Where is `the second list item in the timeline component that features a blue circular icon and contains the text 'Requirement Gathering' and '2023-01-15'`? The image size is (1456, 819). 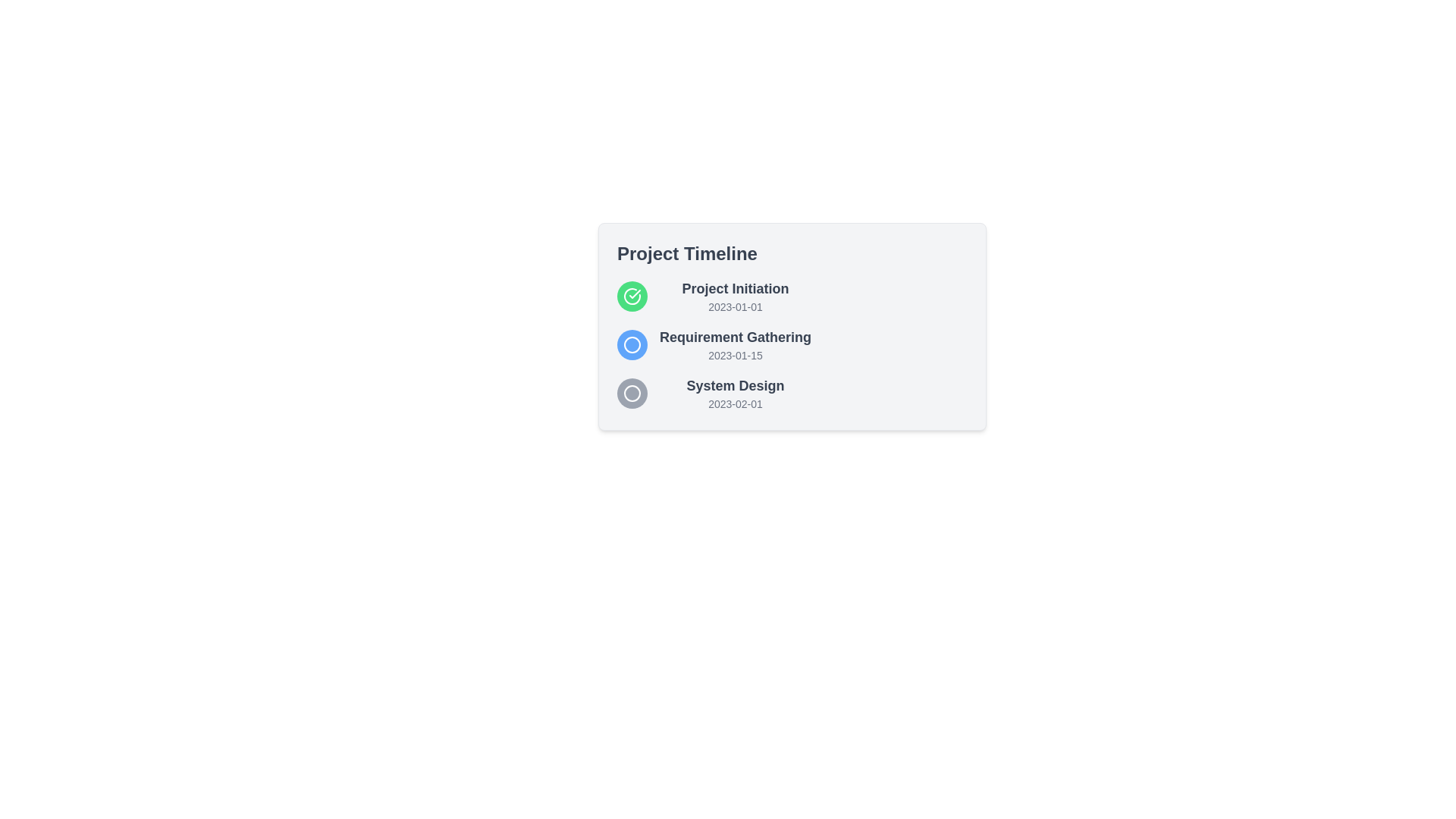 the second list item in the timeline component that features a blue circular icon and contains the text 'Requirement Gathering' and '2023-01-15' is located at coordinates (713, 345).